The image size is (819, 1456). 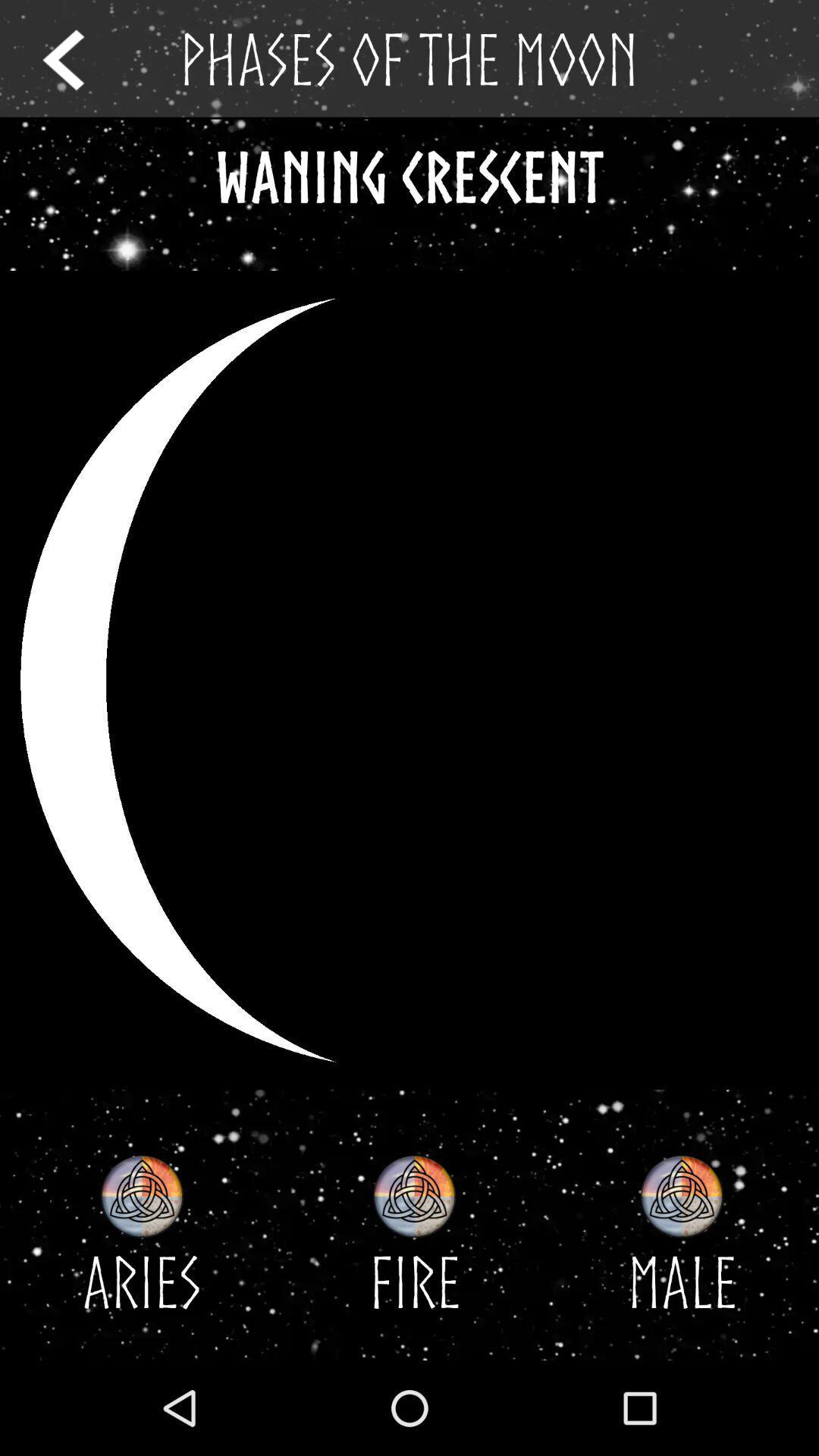 I want to click on go previous page, so click(x=77, y=59).